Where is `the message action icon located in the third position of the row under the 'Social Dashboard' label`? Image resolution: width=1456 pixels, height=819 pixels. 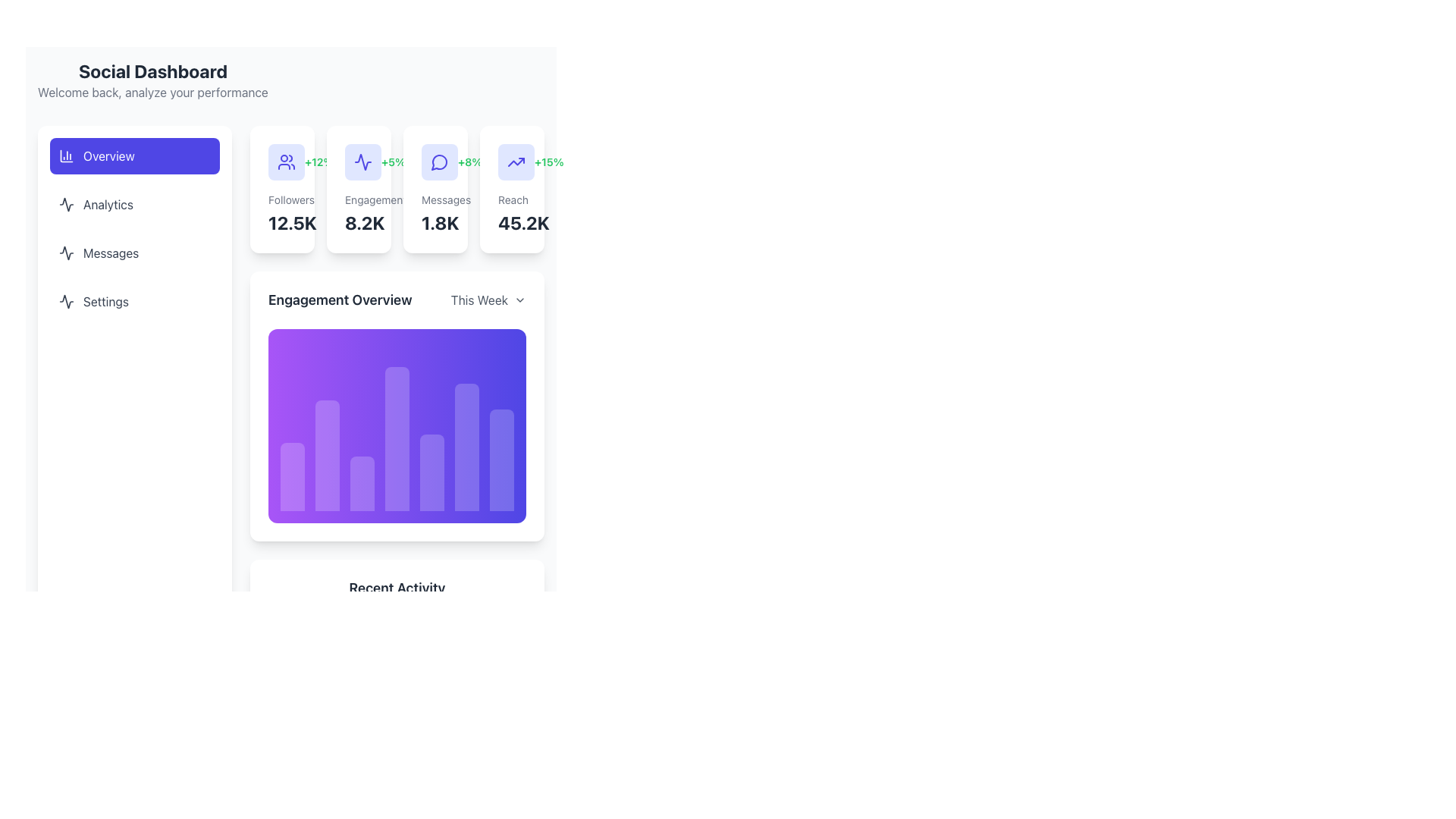 the message action icon located in the third position of the row under the 'Social Dashboard' label is located at coordinates (439, 162).